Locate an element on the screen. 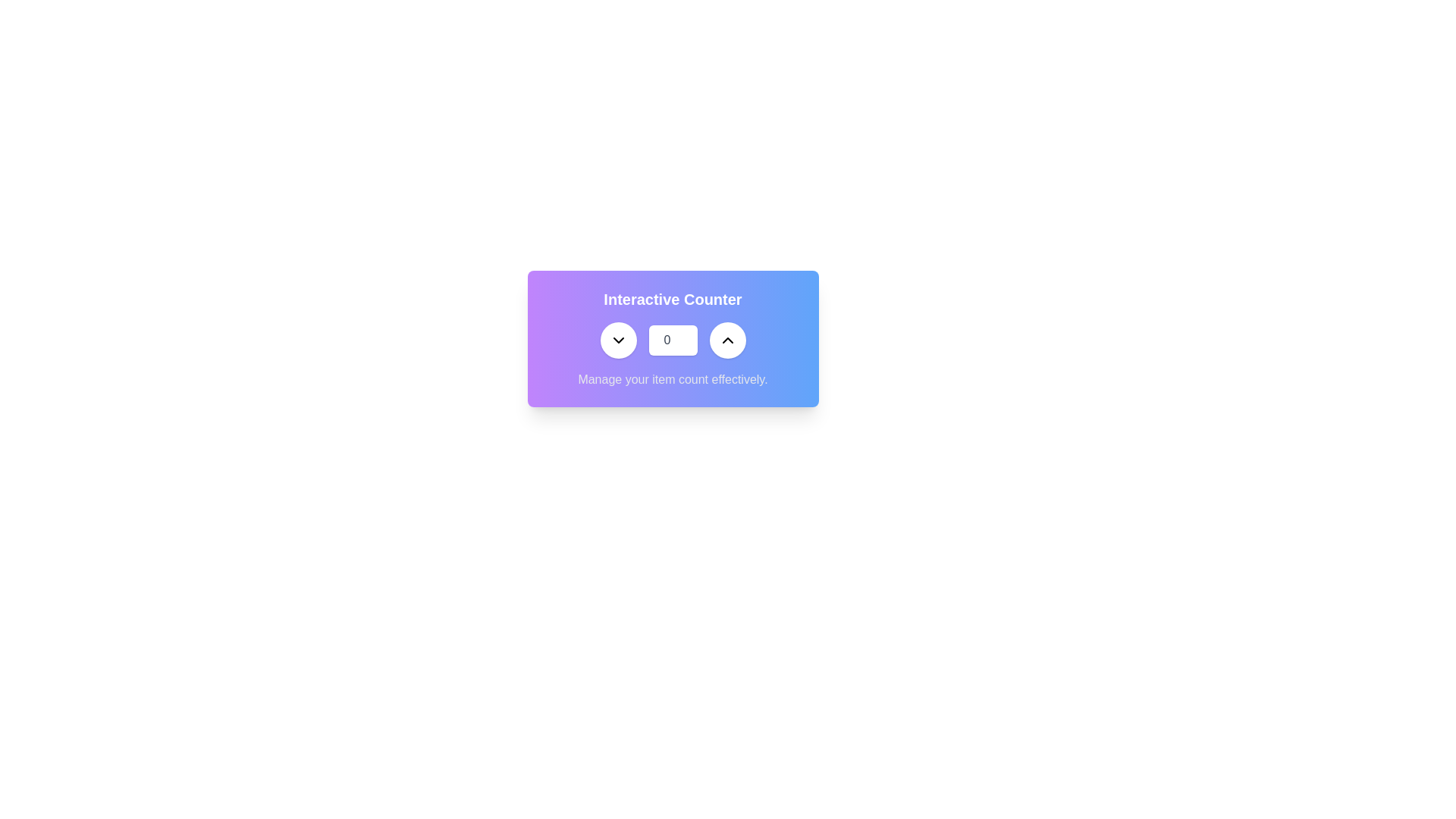 This screenshot has height=819, width=1456. the first circular button in the middle of the interface card is located at coordinates (618, 339).